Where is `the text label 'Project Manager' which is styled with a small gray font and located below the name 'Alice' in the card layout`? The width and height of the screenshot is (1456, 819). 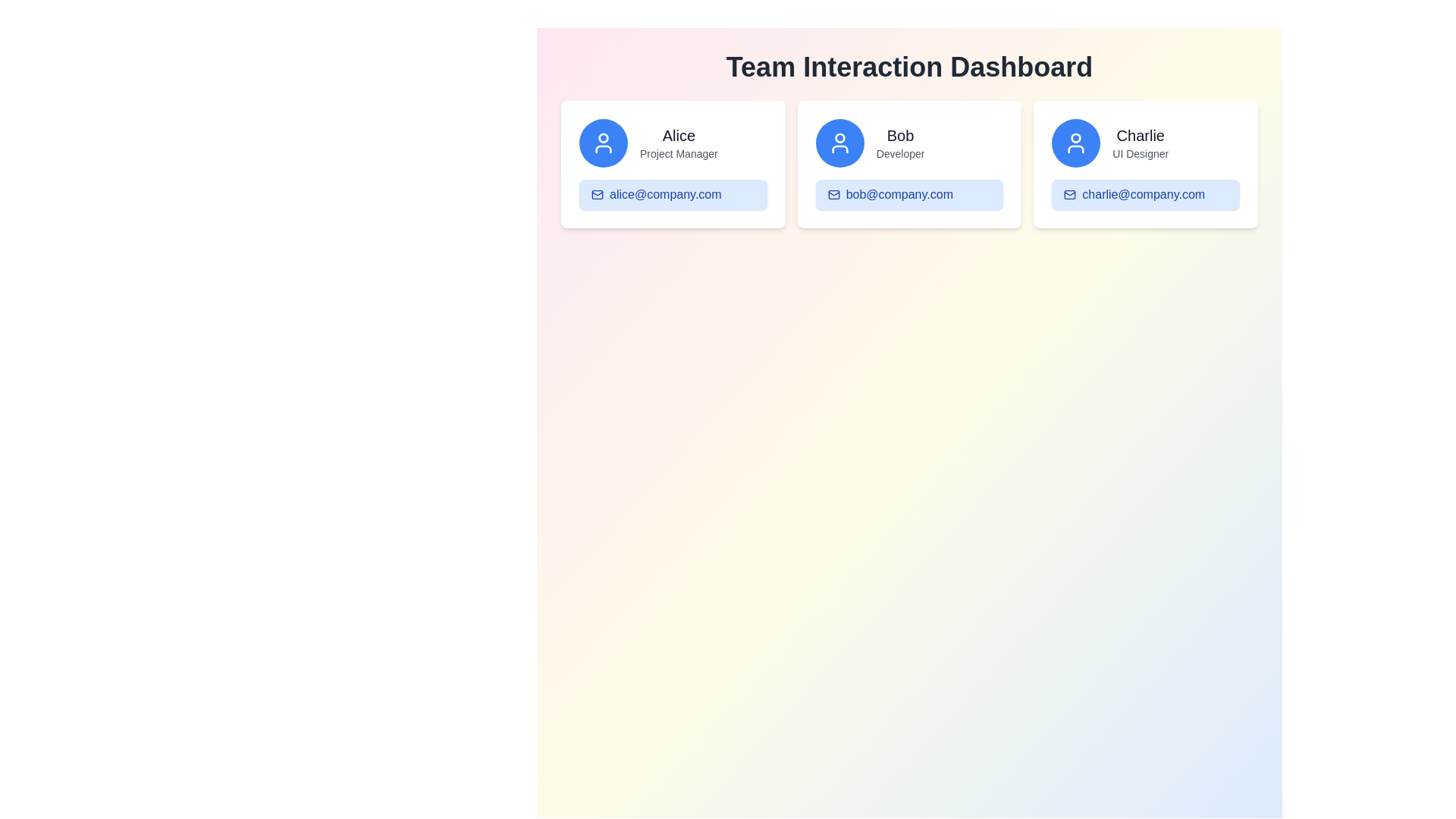
the text label 'Project Manager' which is styled with a small gray font and located below the name 'Alice' in the card layout is located at coordinates (678, 154).